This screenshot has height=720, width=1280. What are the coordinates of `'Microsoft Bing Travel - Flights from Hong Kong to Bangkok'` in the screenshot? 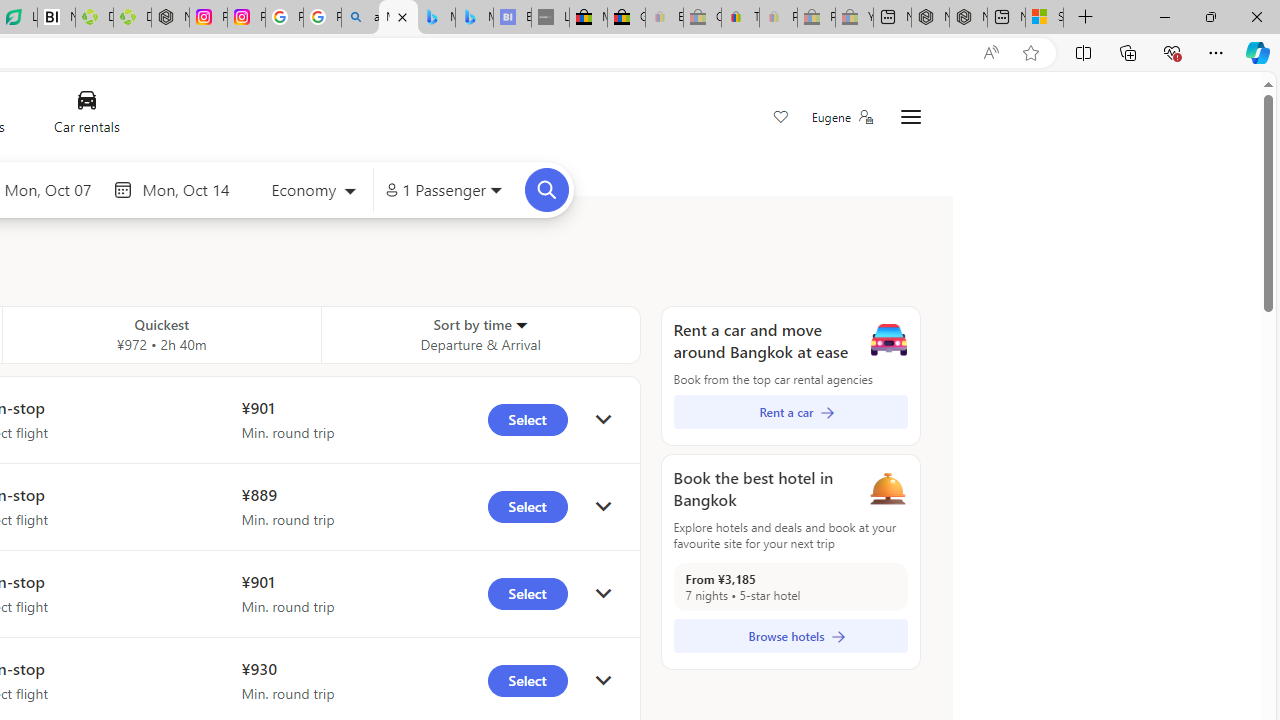 It's located at (398, 17).